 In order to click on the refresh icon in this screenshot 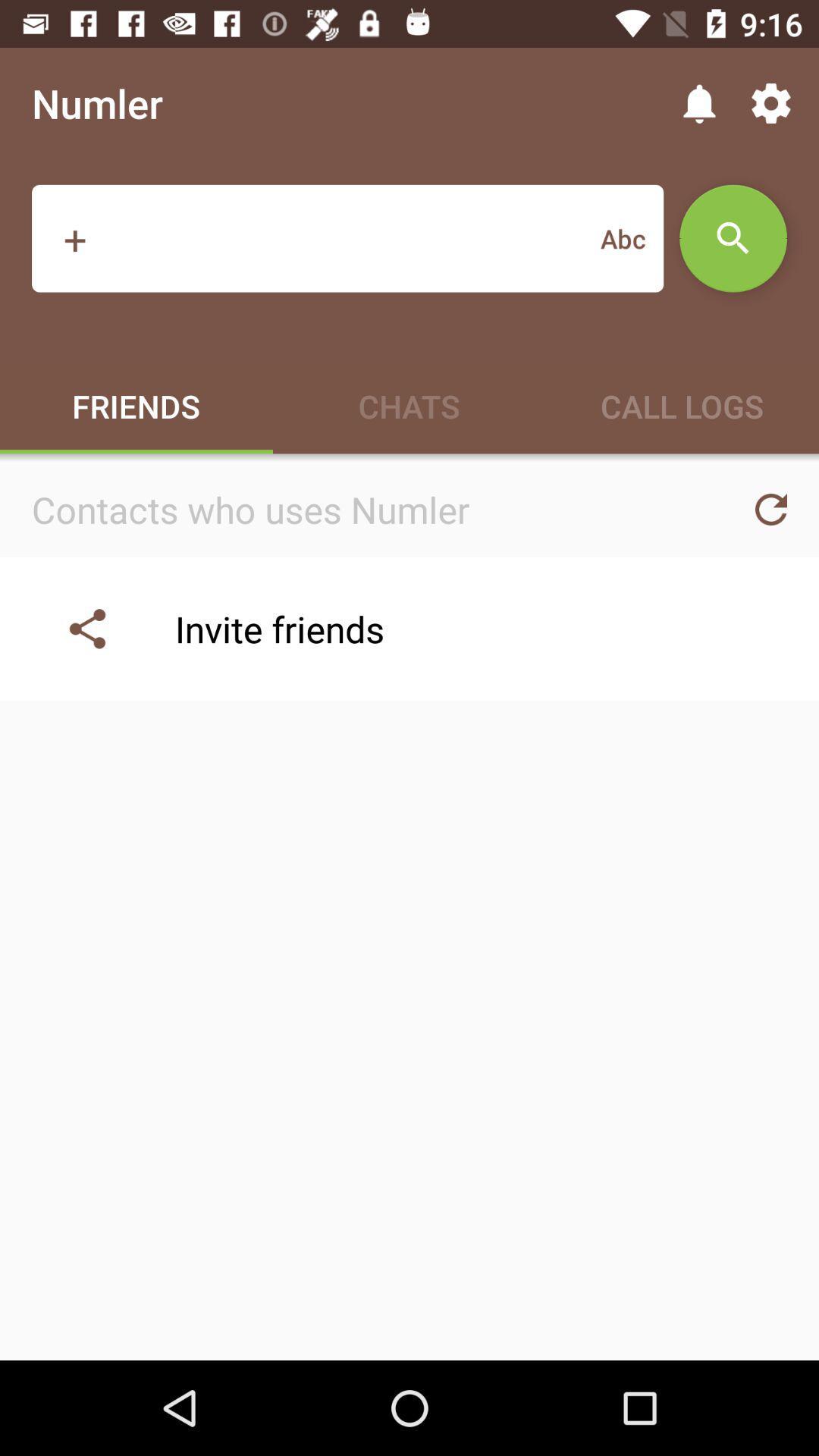, I will do `click(771, 510)`.